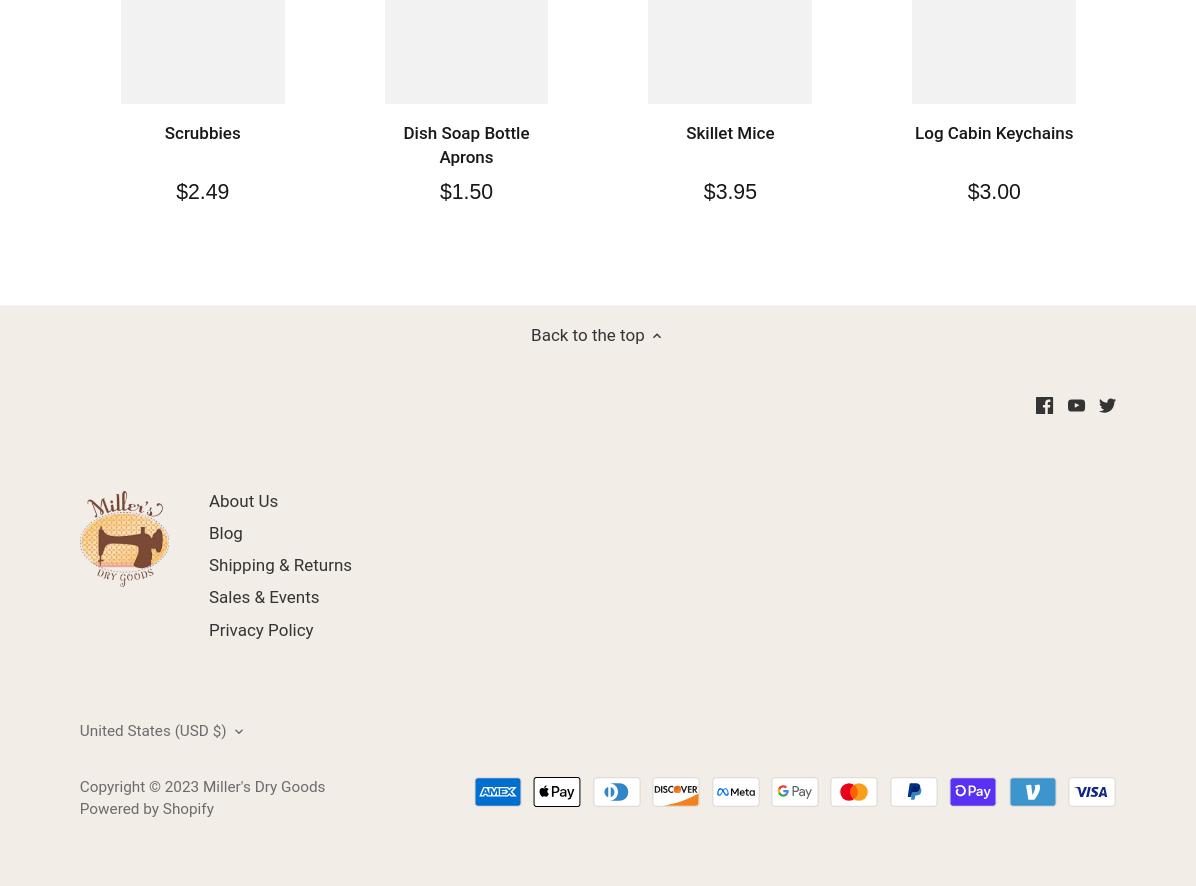 This screenshot has width=1196, height=886. Describe the element at coordinates (145, 808) in the screenshot. I see `'Powered by Shopify'` at that location.